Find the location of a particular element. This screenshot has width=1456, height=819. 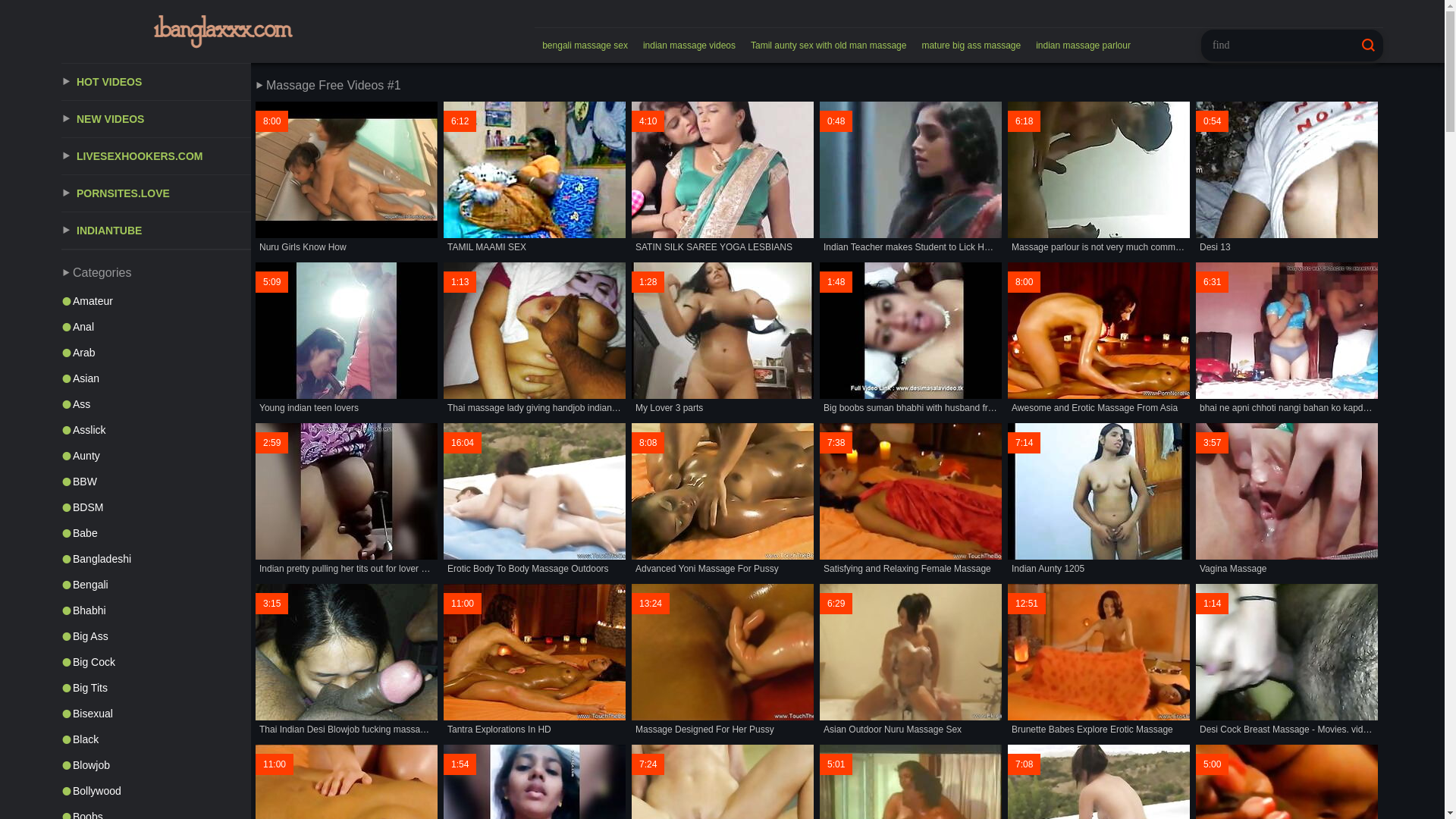

'Bhabhi' is located at coordinates (156, 610).